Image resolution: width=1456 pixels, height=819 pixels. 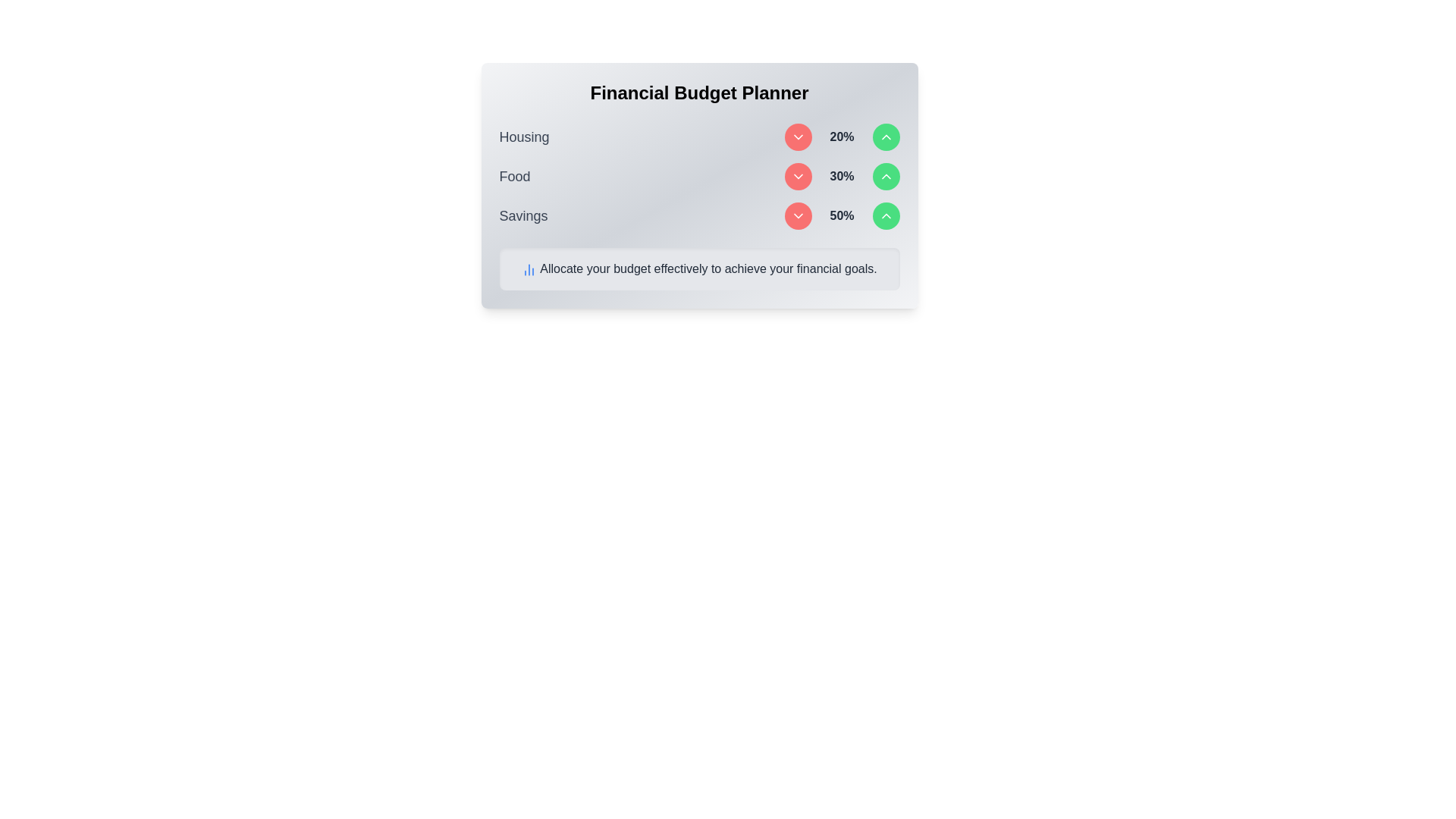 What do you see at coordinates (841, 216) in the screenshot?
I see `the third text label indicating budget percentage, which is positioned next to a '+' button on the right and a '-' button on the left` at bounding box center [841, 216].